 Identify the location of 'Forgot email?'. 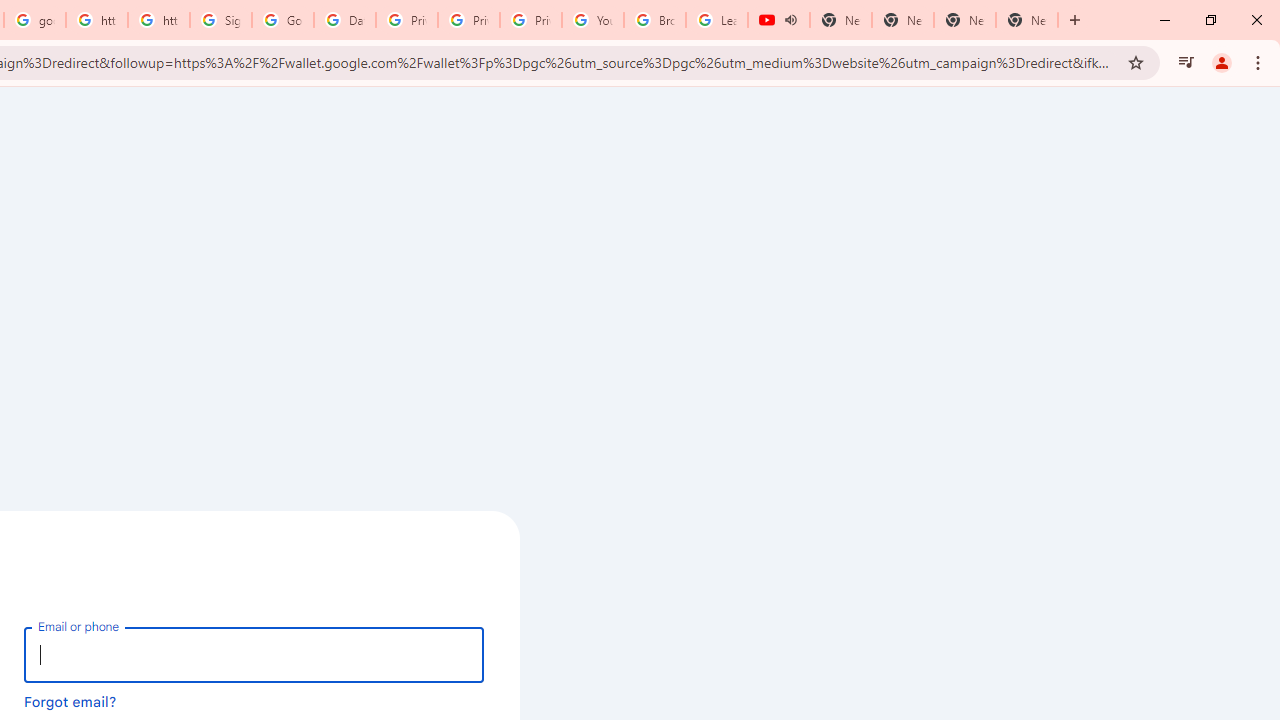
(70, 700).